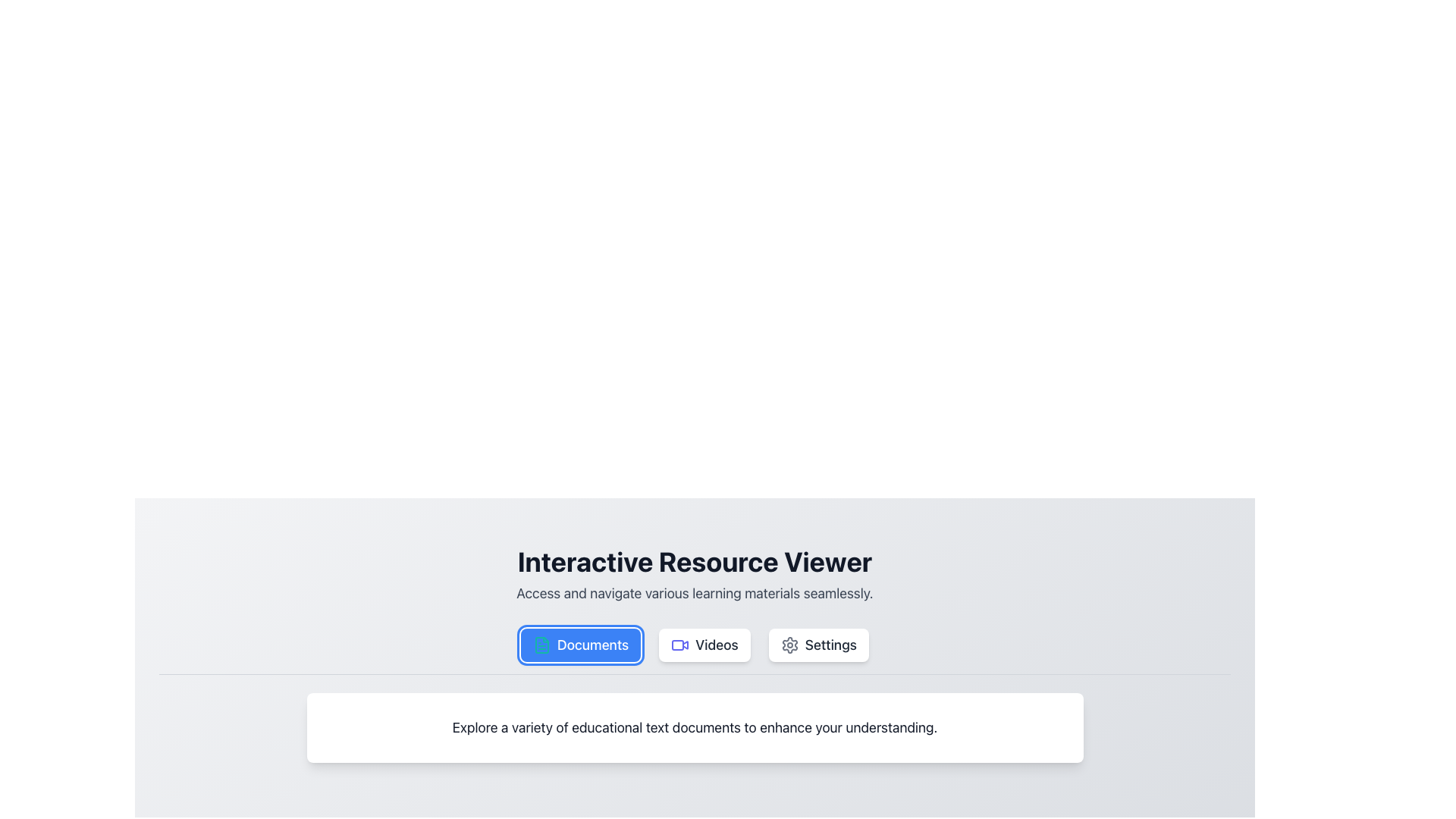 The width and height of the screenshot is (1456, 819). Describe the element at coordinates (580, 645) in the screenshot. I see `the blue 'Documents' button with a white text icon, located in the bottom navigation bar` at that location.